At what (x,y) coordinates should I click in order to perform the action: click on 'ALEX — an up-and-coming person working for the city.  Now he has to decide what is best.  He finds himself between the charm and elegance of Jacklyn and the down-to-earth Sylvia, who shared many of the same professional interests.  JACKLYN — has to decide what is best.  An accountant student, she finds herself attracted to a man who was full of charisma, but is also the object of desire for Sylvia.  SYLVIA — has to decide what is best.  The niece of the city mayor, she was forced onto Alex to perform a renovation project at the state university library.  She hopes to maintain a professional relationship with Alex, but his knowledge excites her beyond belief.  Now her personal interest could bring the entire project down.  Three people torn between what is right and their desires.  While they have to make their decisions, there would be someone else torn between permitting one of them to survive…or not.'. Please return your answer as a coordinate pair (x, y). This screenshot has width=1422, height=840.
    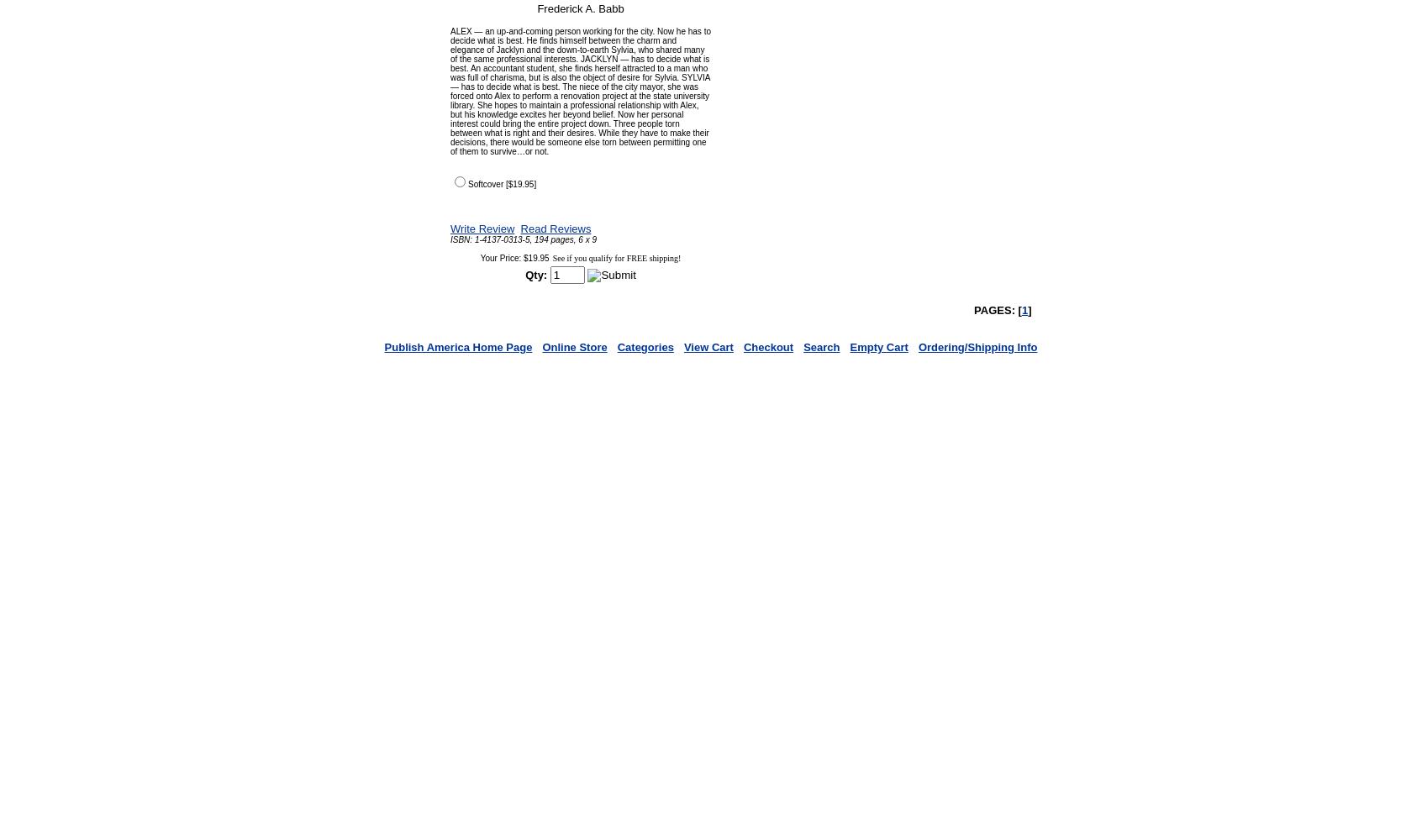
    Looking at the image, I should click on (580, 91).